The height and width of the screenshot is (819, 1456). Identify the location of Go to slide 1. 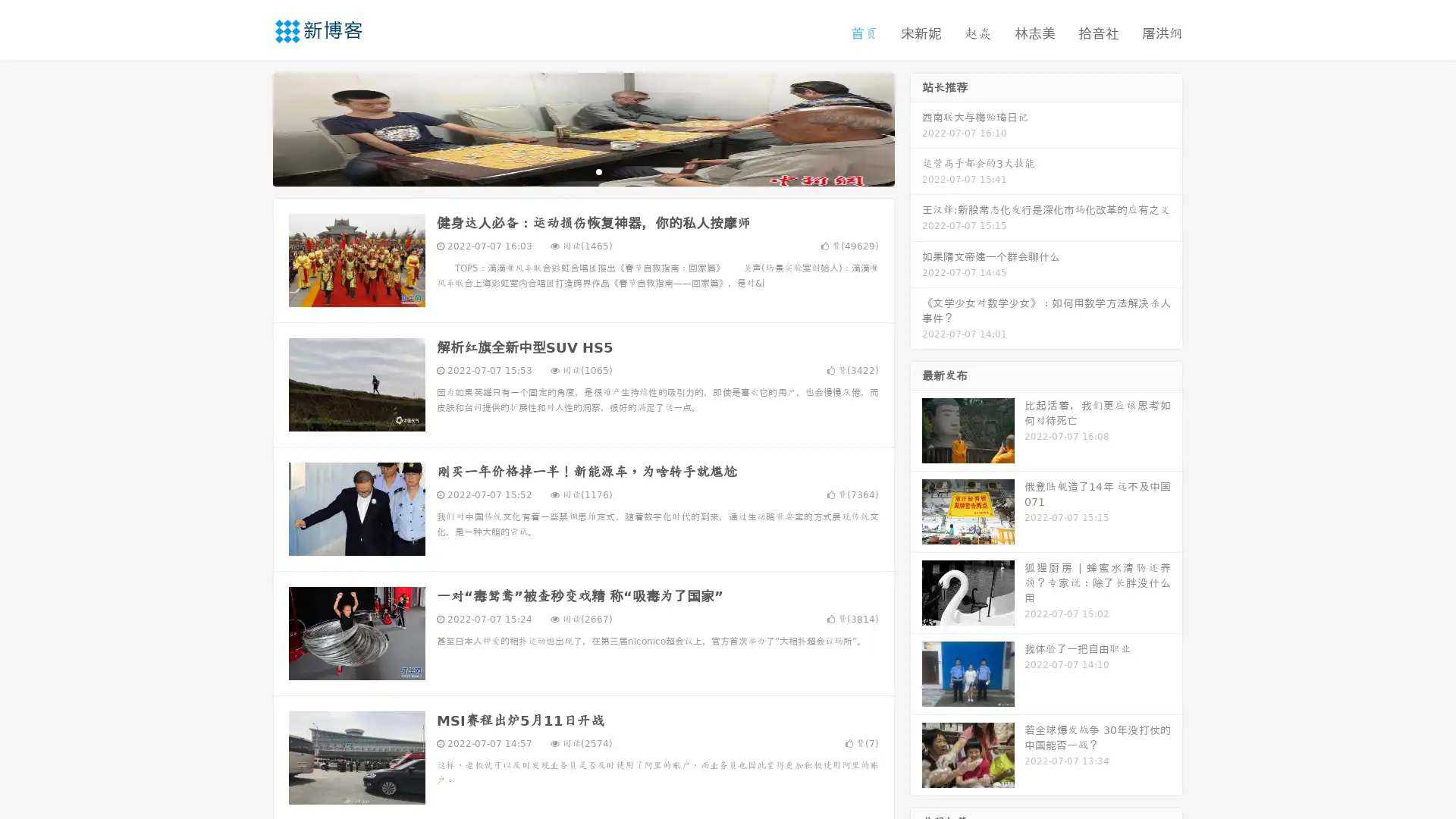
(567, 171).